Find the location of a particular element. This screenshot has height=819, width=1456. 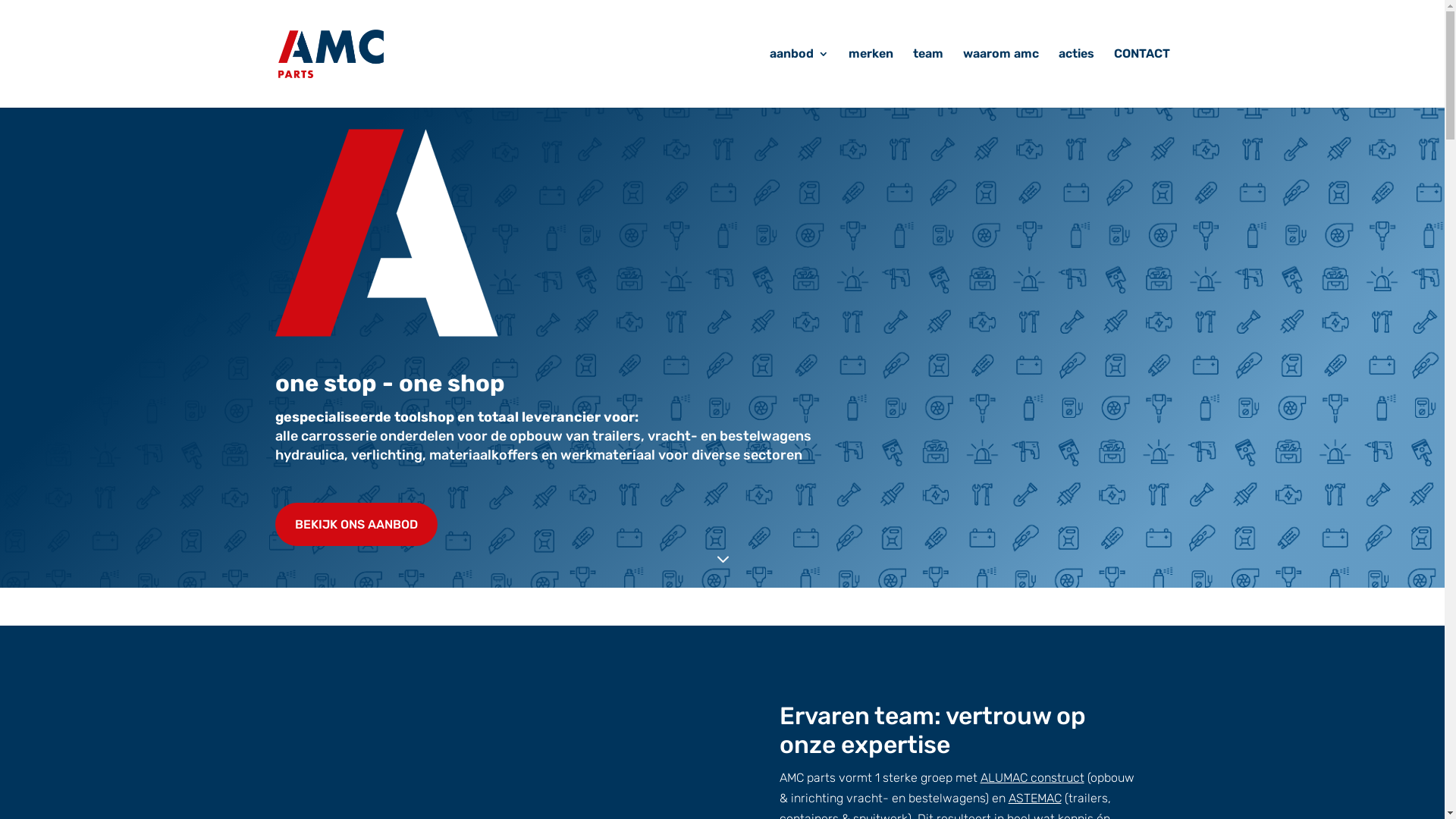

'team' is located at coordinates (927, 78).